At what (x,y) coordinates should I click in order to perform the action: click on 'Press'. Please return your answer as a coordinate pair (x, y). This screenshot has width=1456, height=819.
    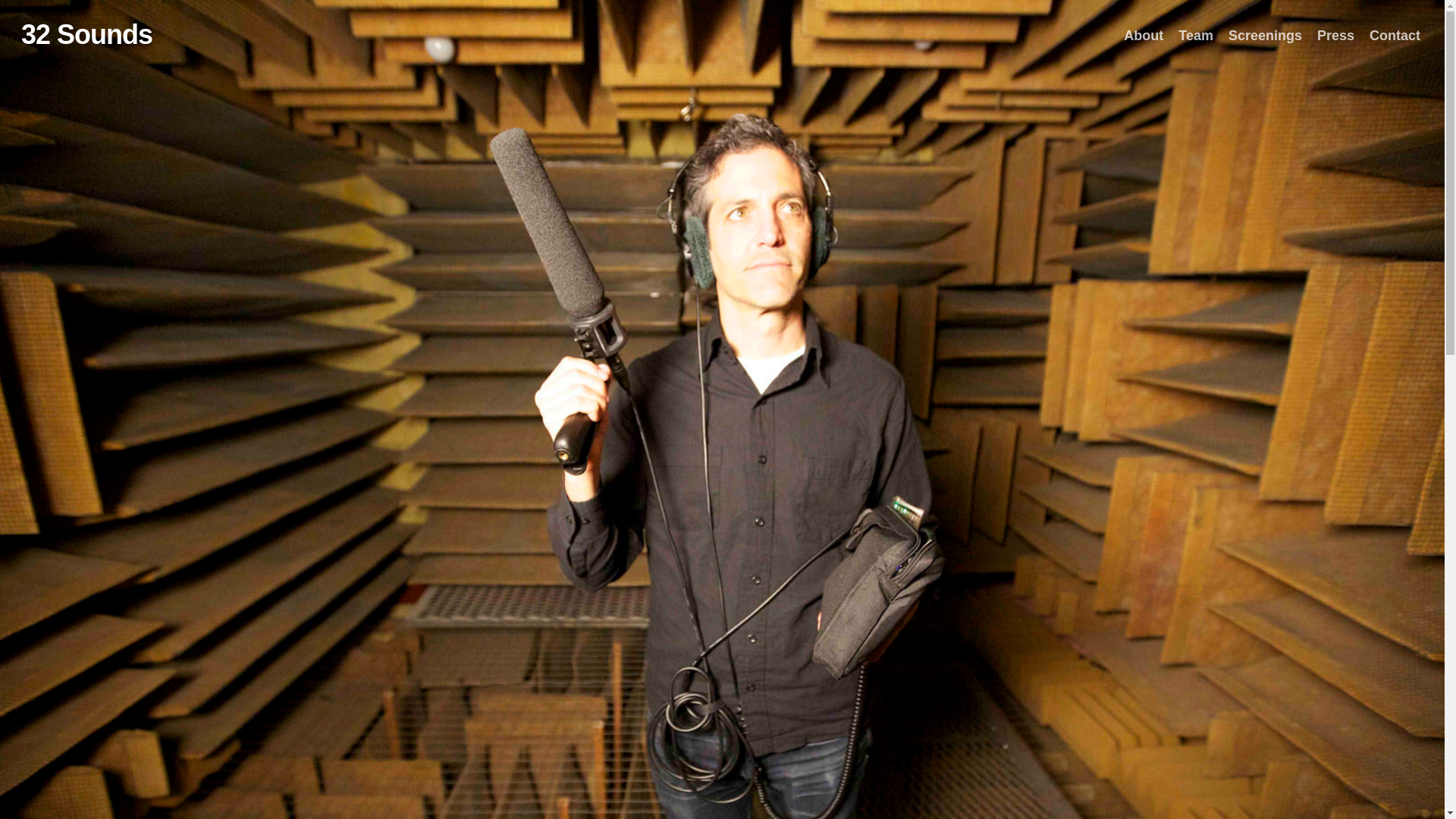
    Looking at the image, I should click on (1316, 34).